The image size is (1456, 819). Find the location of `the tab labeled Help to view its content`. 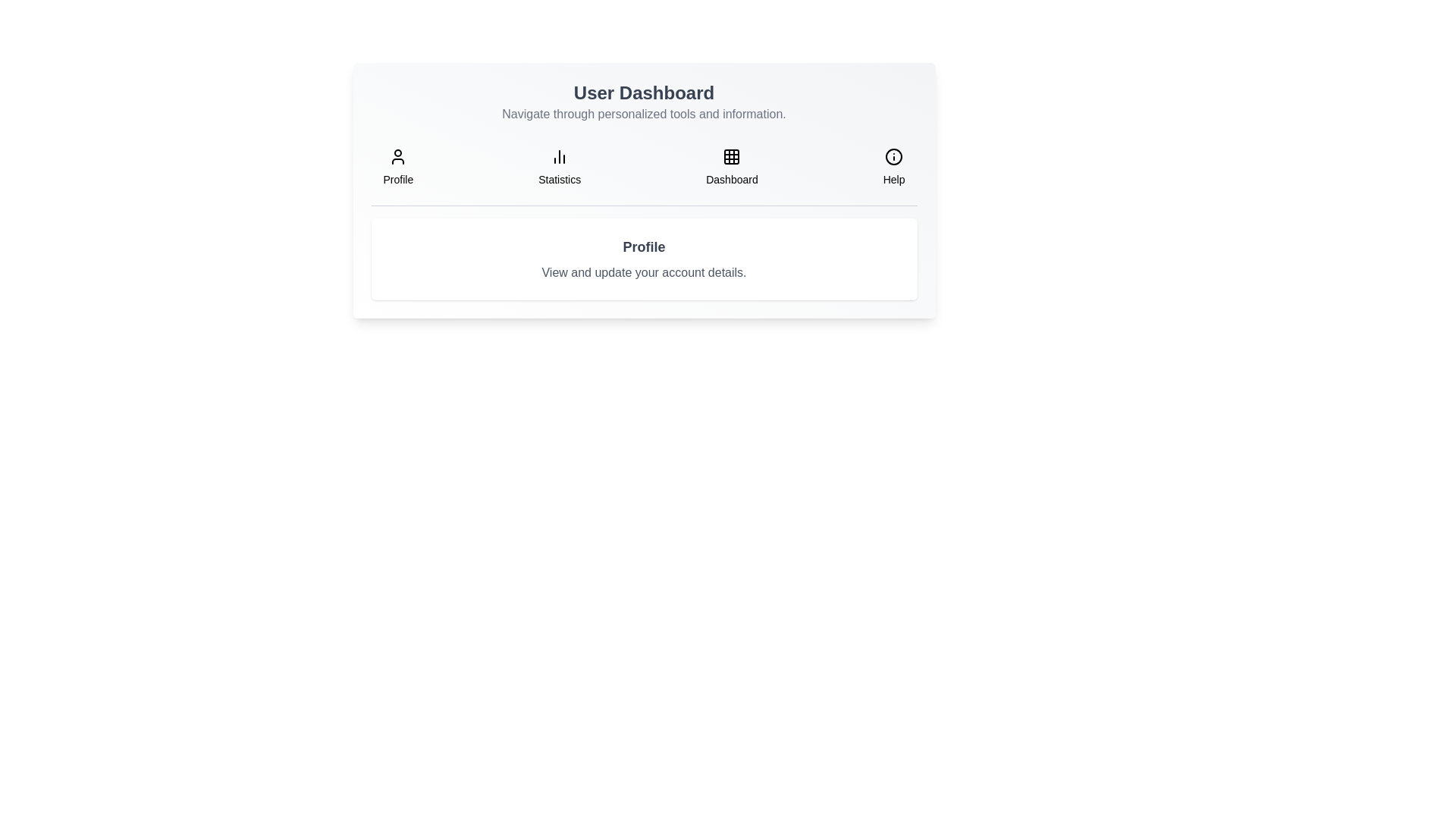

the tab labeled Help to view its content is located at coordinates (894, 167).